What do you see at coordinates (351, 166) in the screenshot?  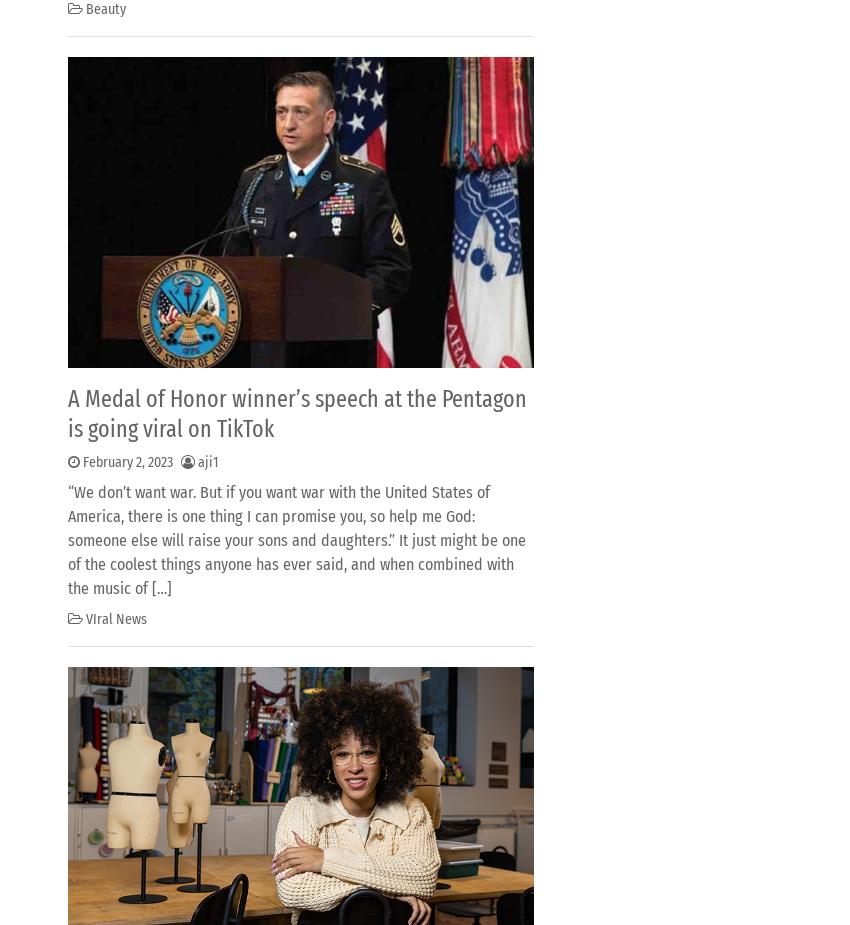 I see `':'` at bounding box center [351, 166].